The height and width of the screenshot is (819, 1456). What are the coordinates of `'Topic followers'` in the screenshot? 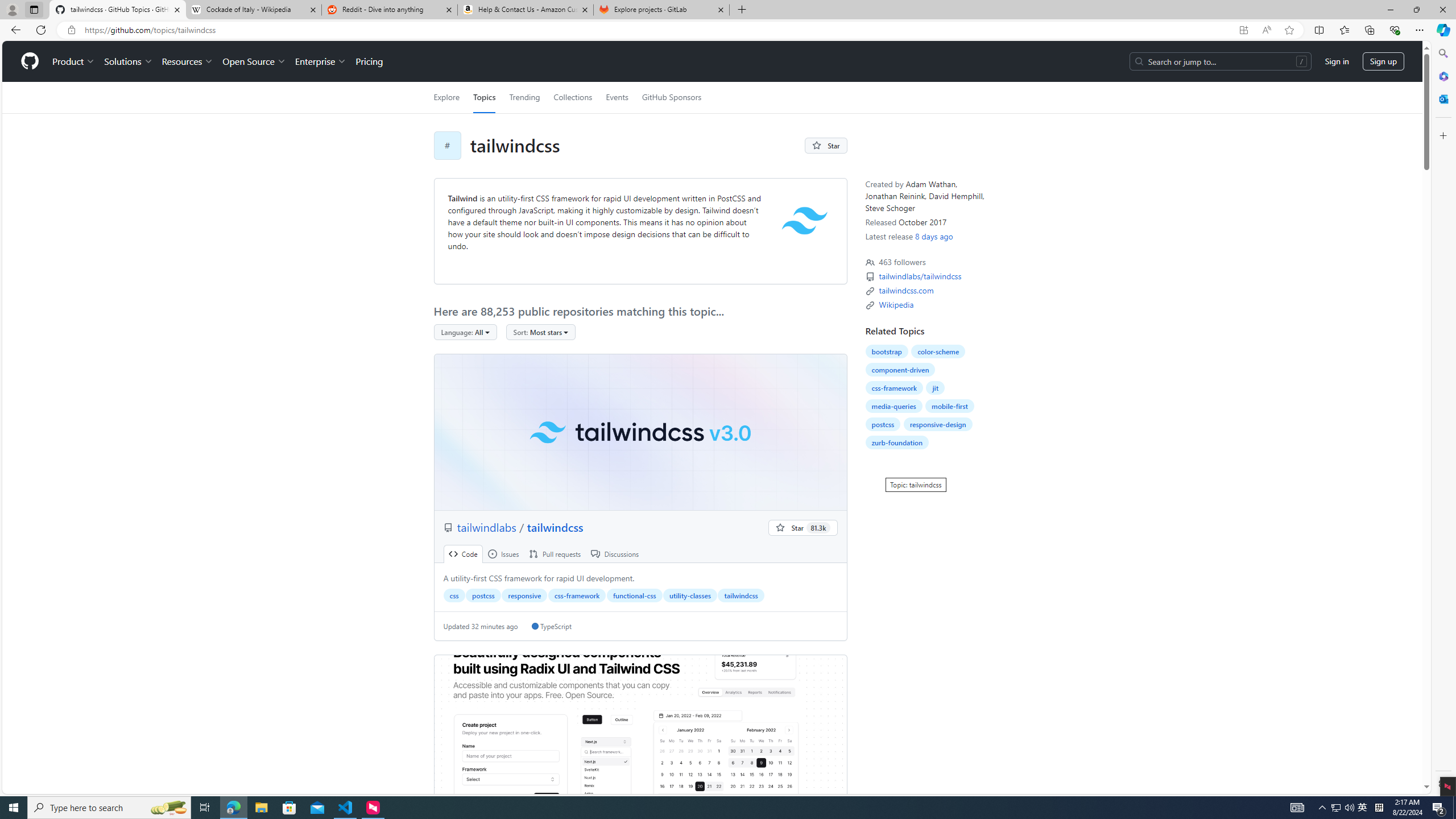 It's located at (869, 262).